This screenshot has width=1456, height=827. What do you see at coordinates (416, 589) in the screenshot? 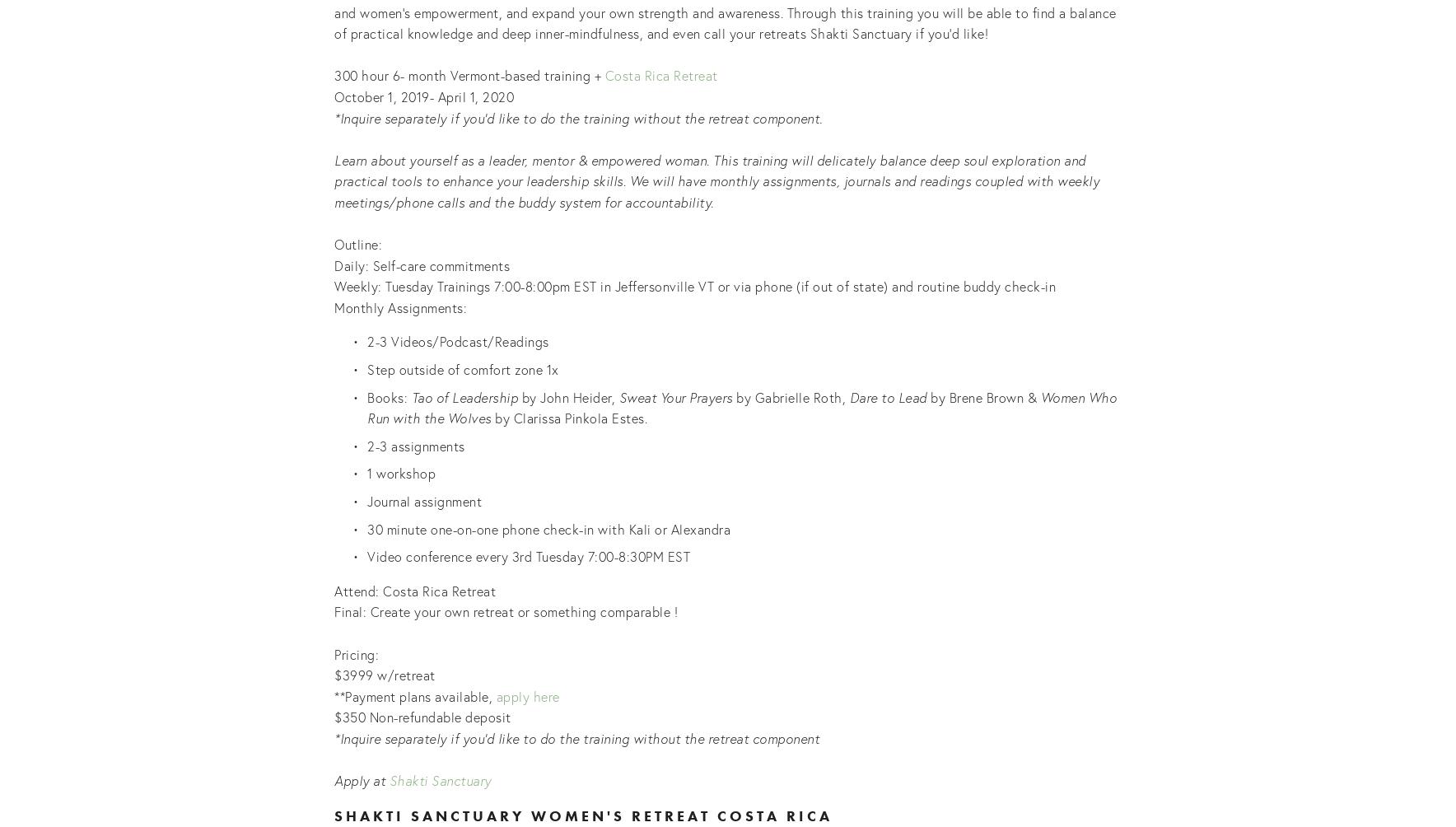
I see `'Attend: Costa Rica Retreat'` at bounding box center [416, 589].